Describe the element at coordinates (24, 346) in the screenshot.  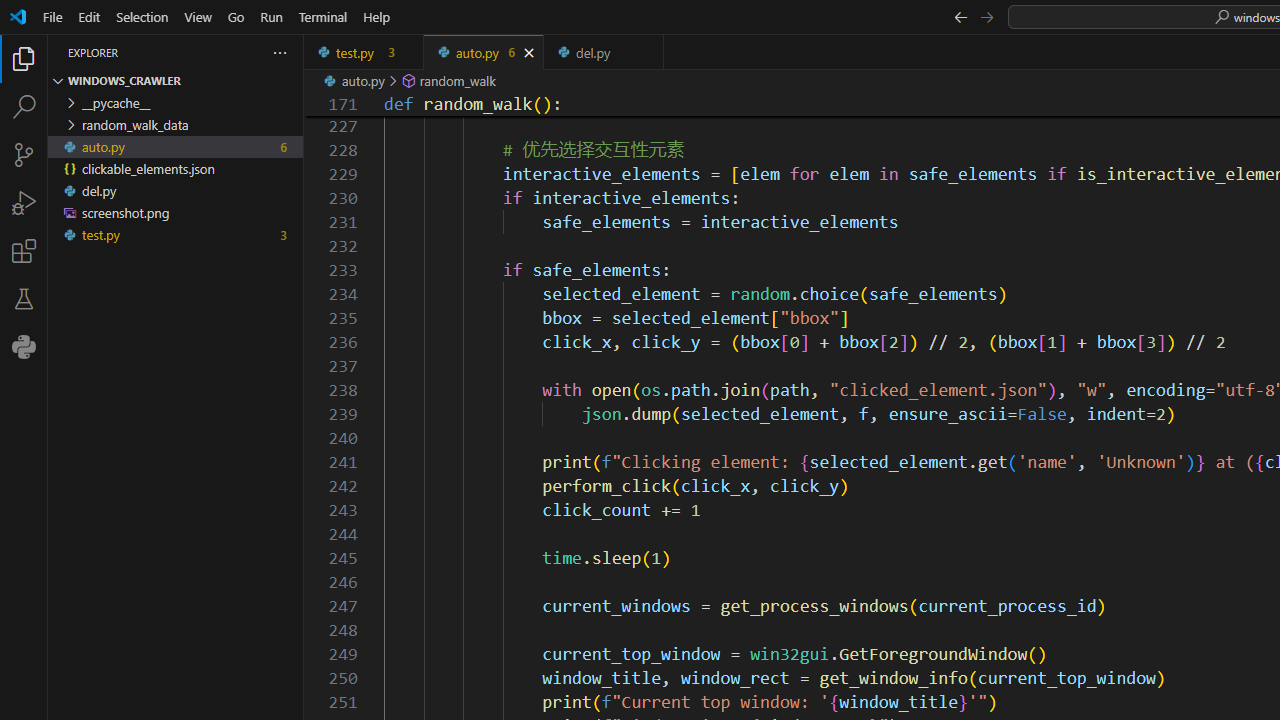
I see `'Python'` at that location.